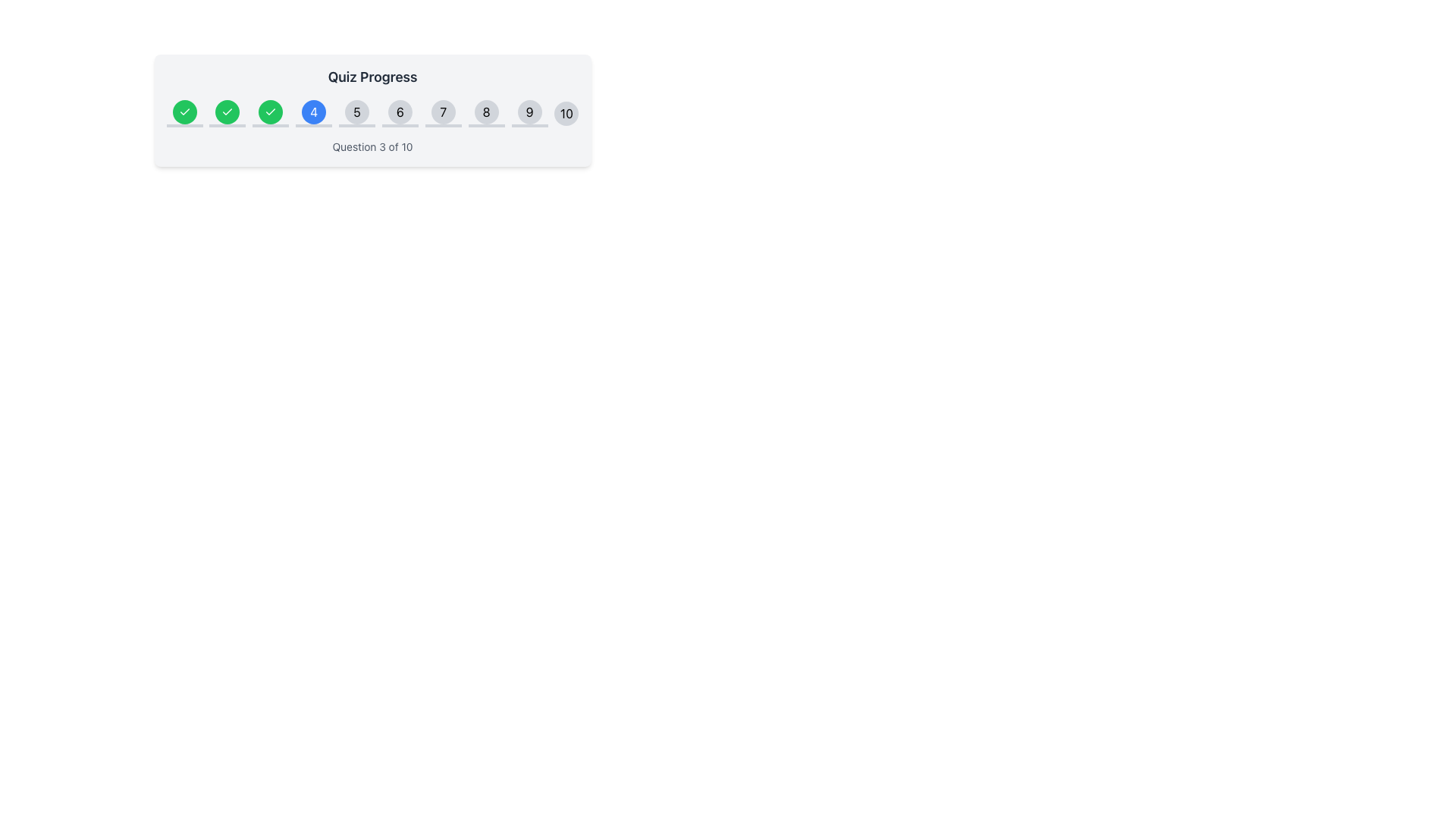  I want to click on the third green decorative progress icon in the quiz progress tracker to indicate that this step has been completed successfully, so click(271, 113).